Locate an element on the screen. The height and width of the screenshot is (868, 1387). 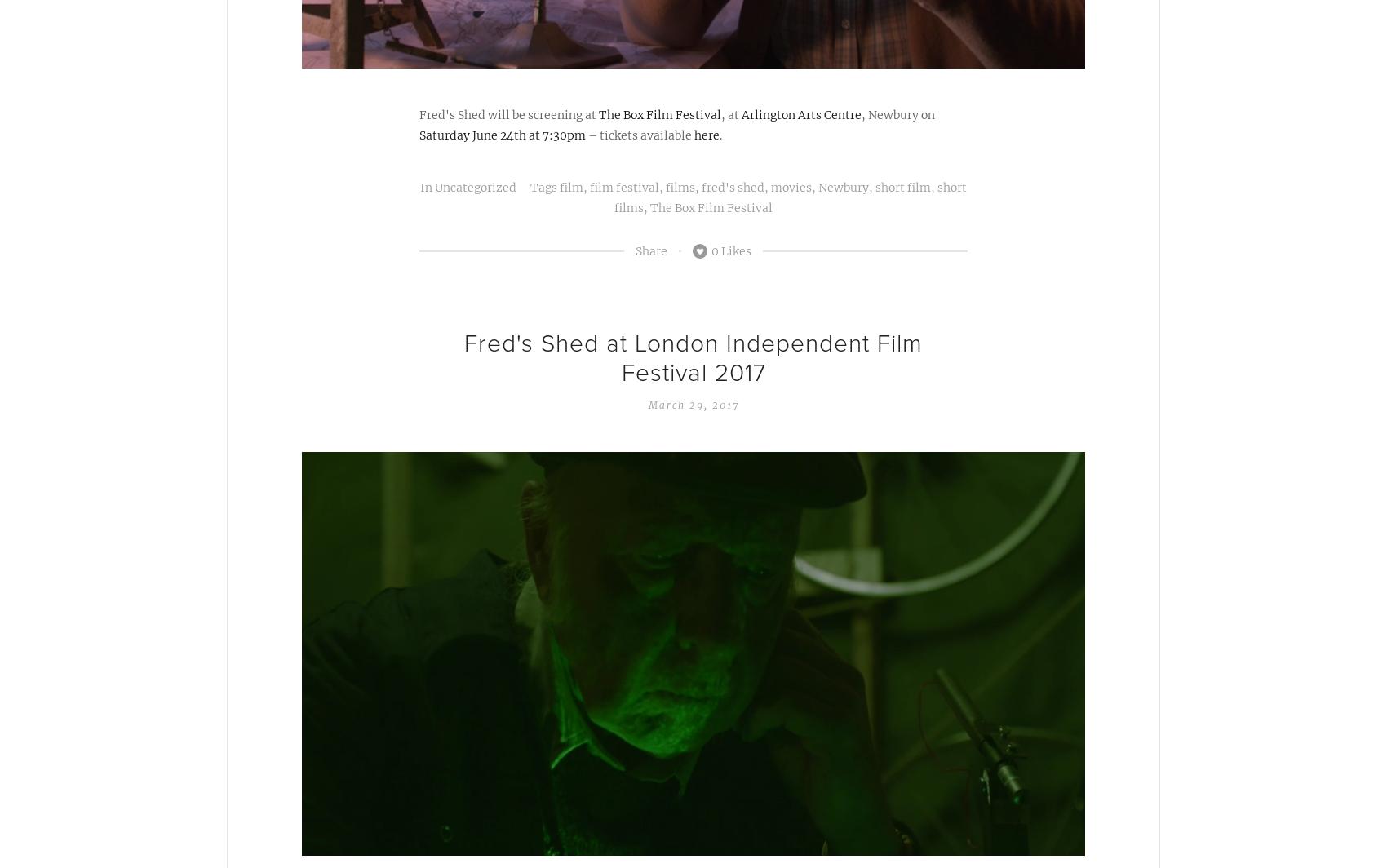
'Fred's Shed at London Independent Film Festival 2017' is located at coordinates (463, 358).